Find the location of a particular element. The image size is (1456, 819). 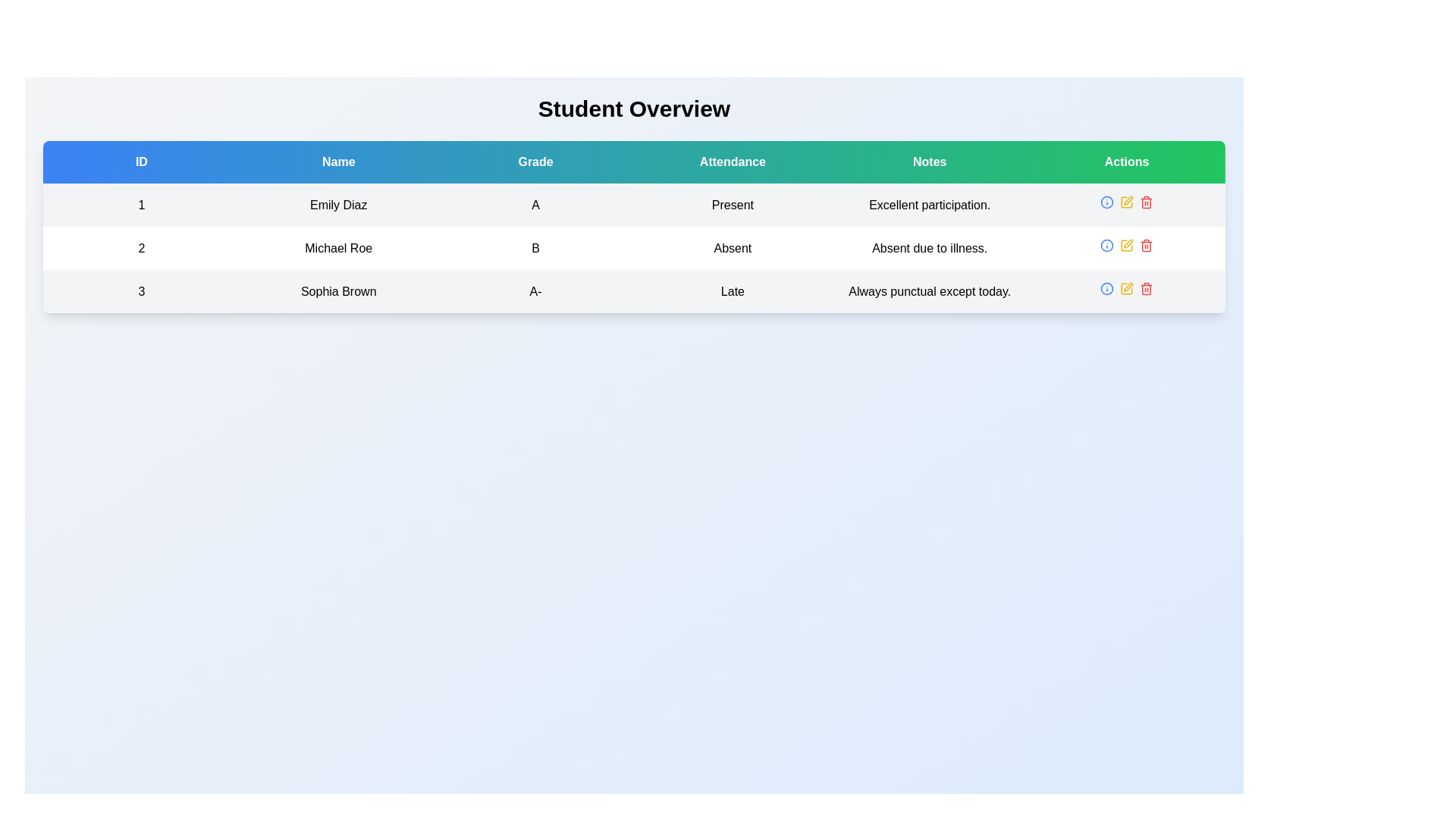

the static text element displaying the name 'Michael Roe' in the table row labeled 'Name' with a white background is located at coordinates (337, 247).